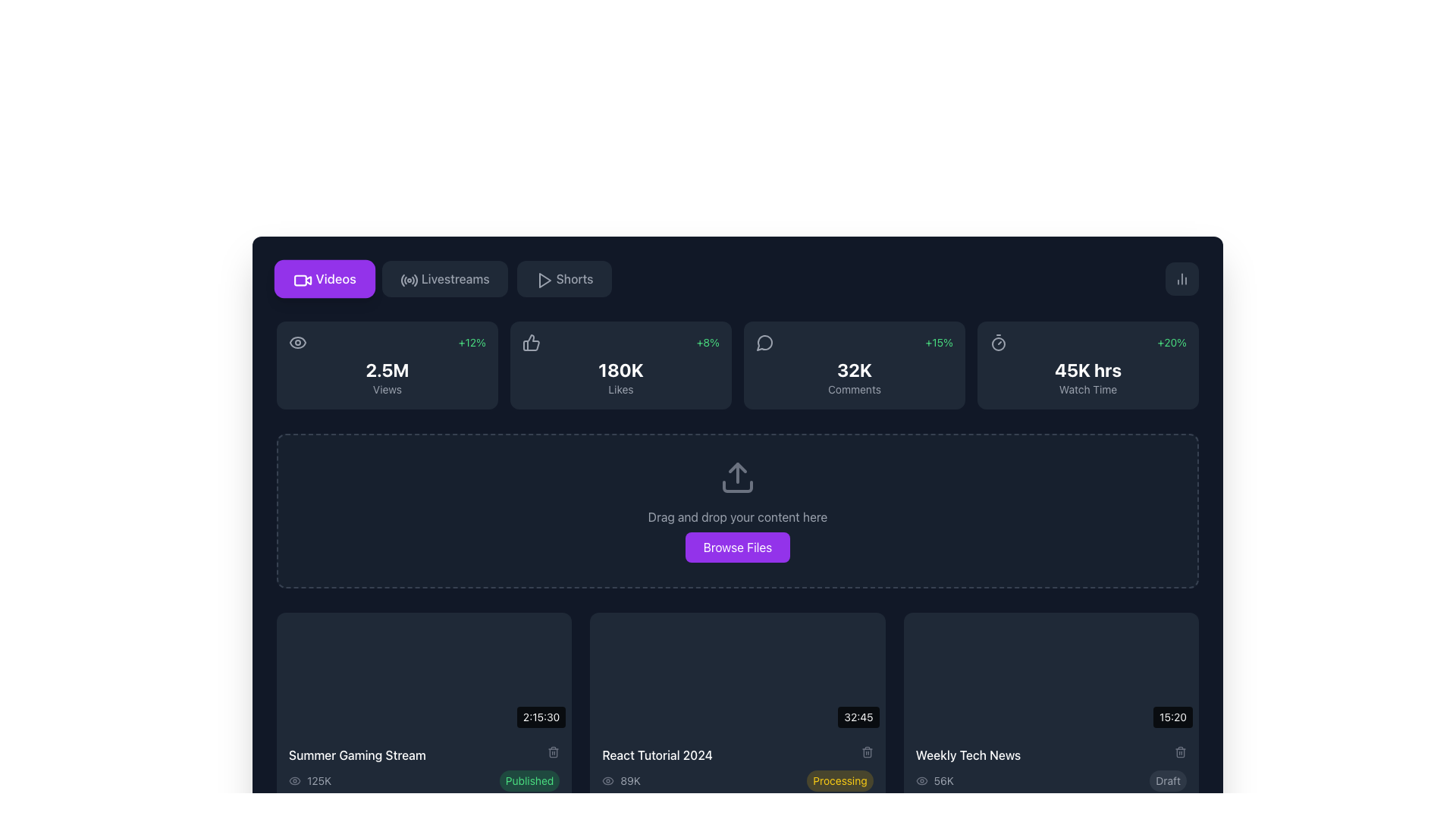 The width and height of the screenshot is (1456, 819). Describe the element at coordinates (324, 278) in the screenshot. I see `the navigation button for video-related content using keyboard navigation (e.g., Enter key). This button is the first in a row of three, located at the upper-left section of the interface` at that location.